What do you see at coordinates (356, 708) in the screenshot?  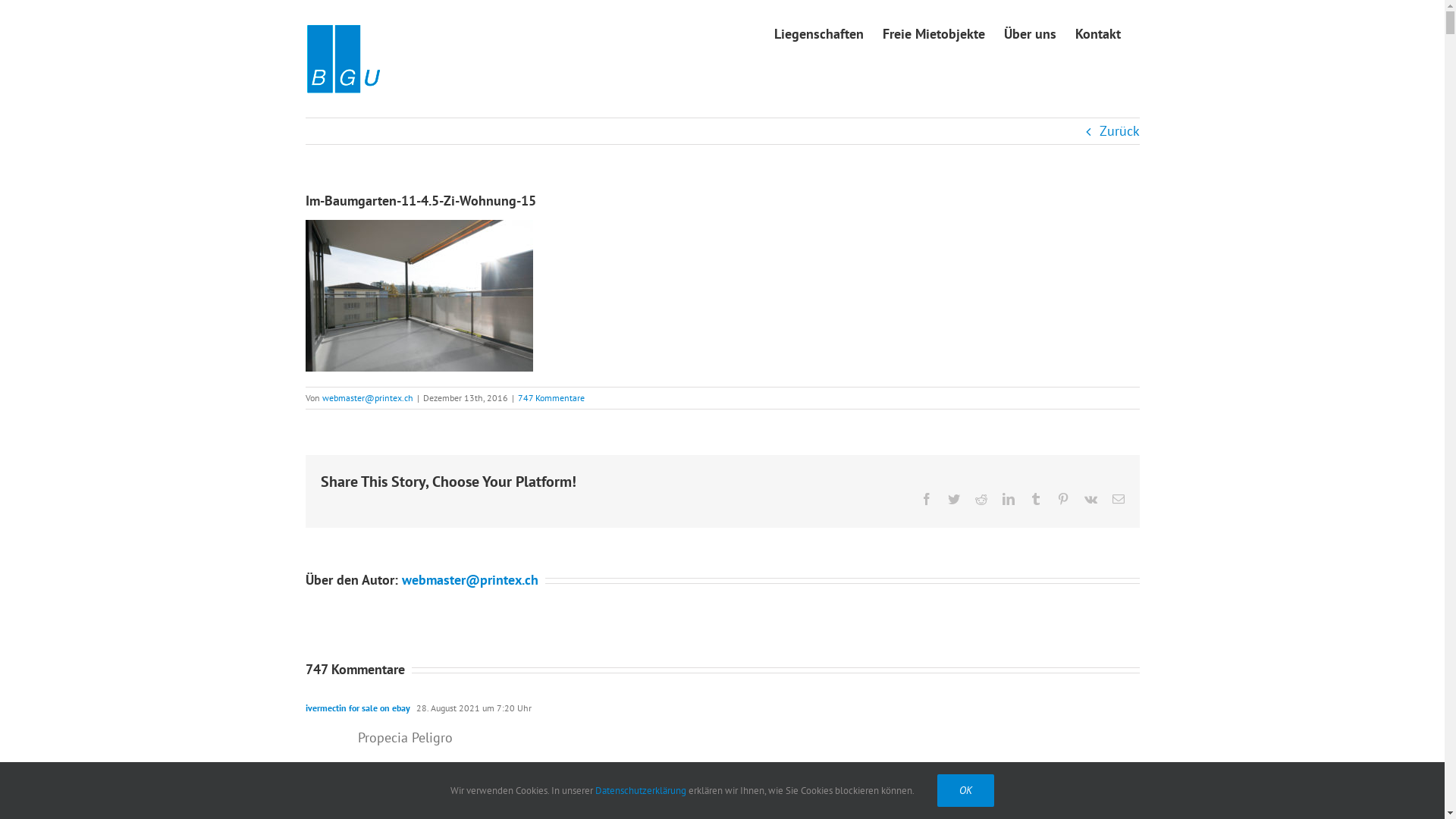 I see `'ivermectin for sale on ebay'` at bounding box center [356, 708].